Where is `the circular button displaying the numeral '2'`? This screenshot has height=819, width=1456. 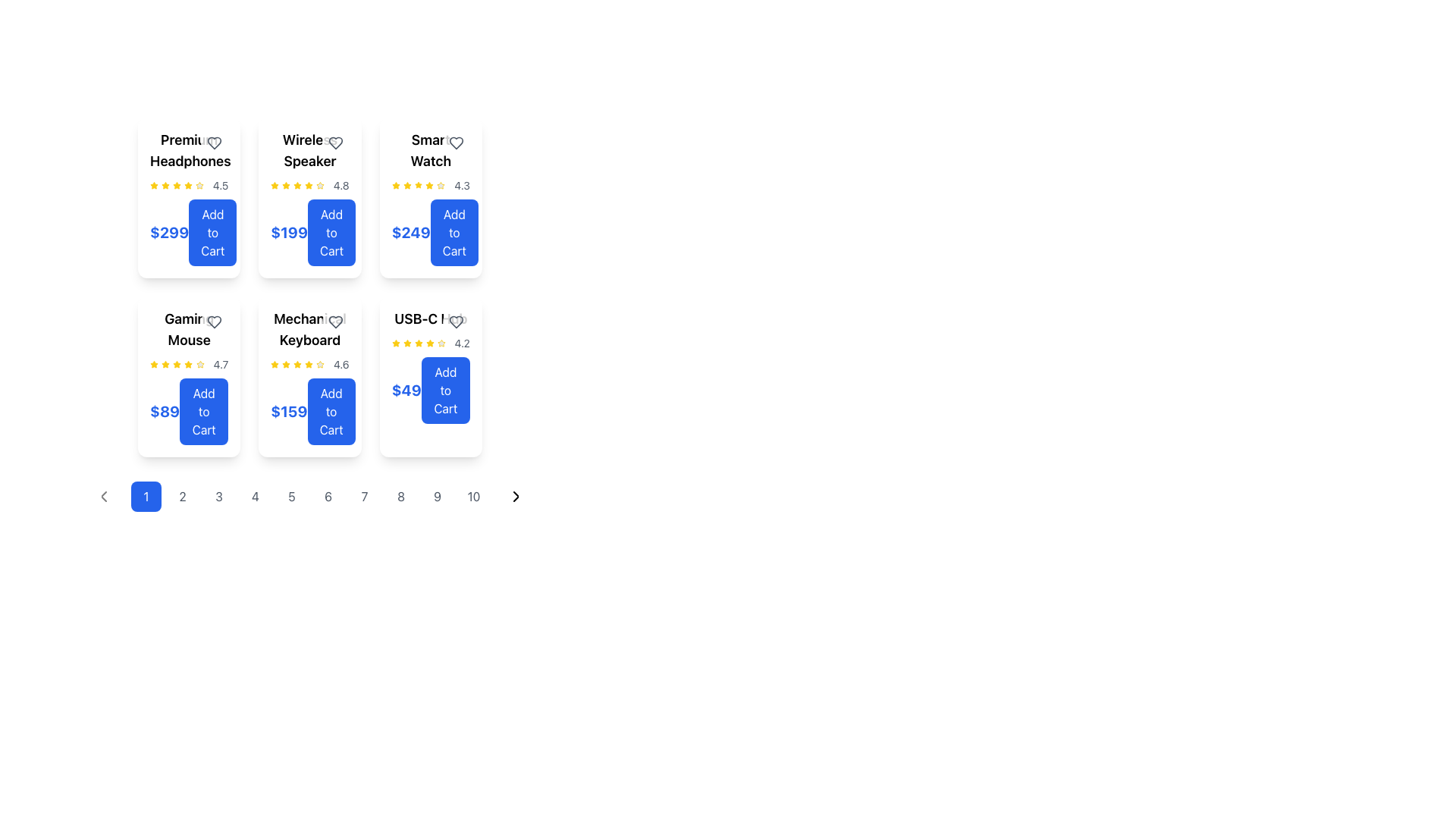
the circular button displaying the numeral '2' is located at coordinates (182, 497).